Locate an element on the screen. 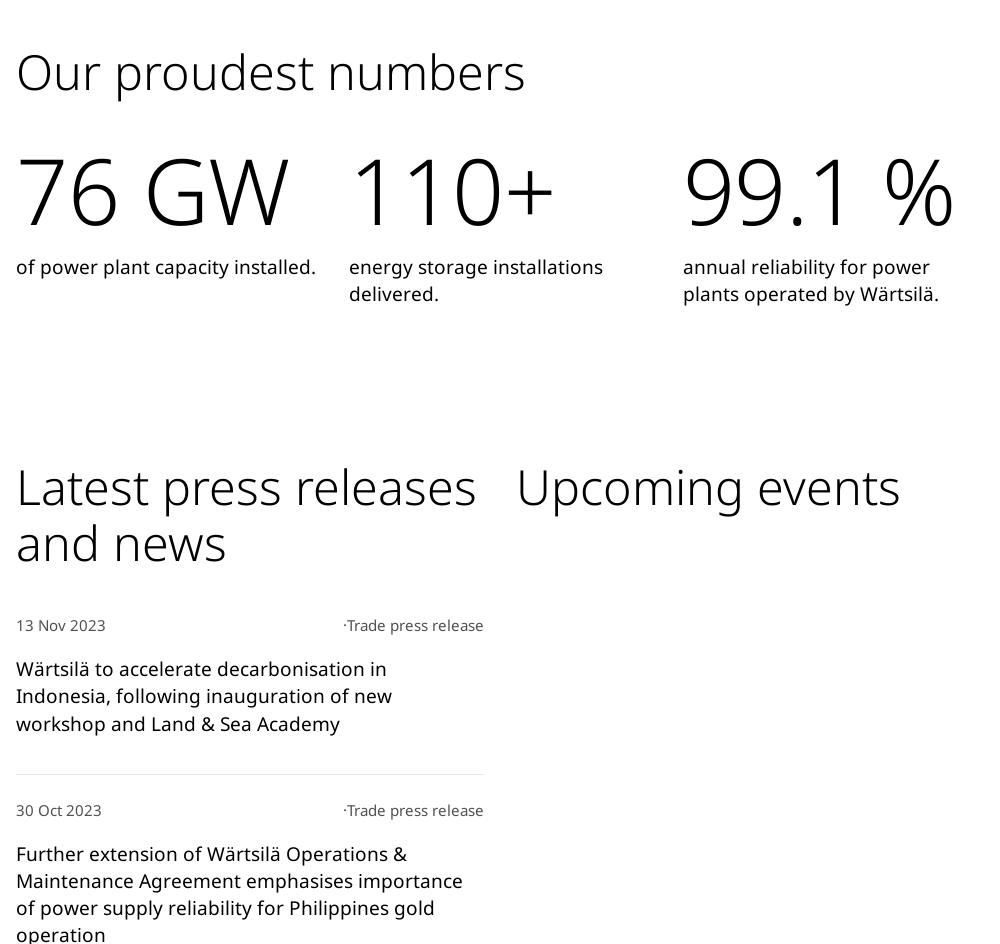  'annual reliability for power plants operated by Wärtsilä.' is located at coordinates (810, 280).